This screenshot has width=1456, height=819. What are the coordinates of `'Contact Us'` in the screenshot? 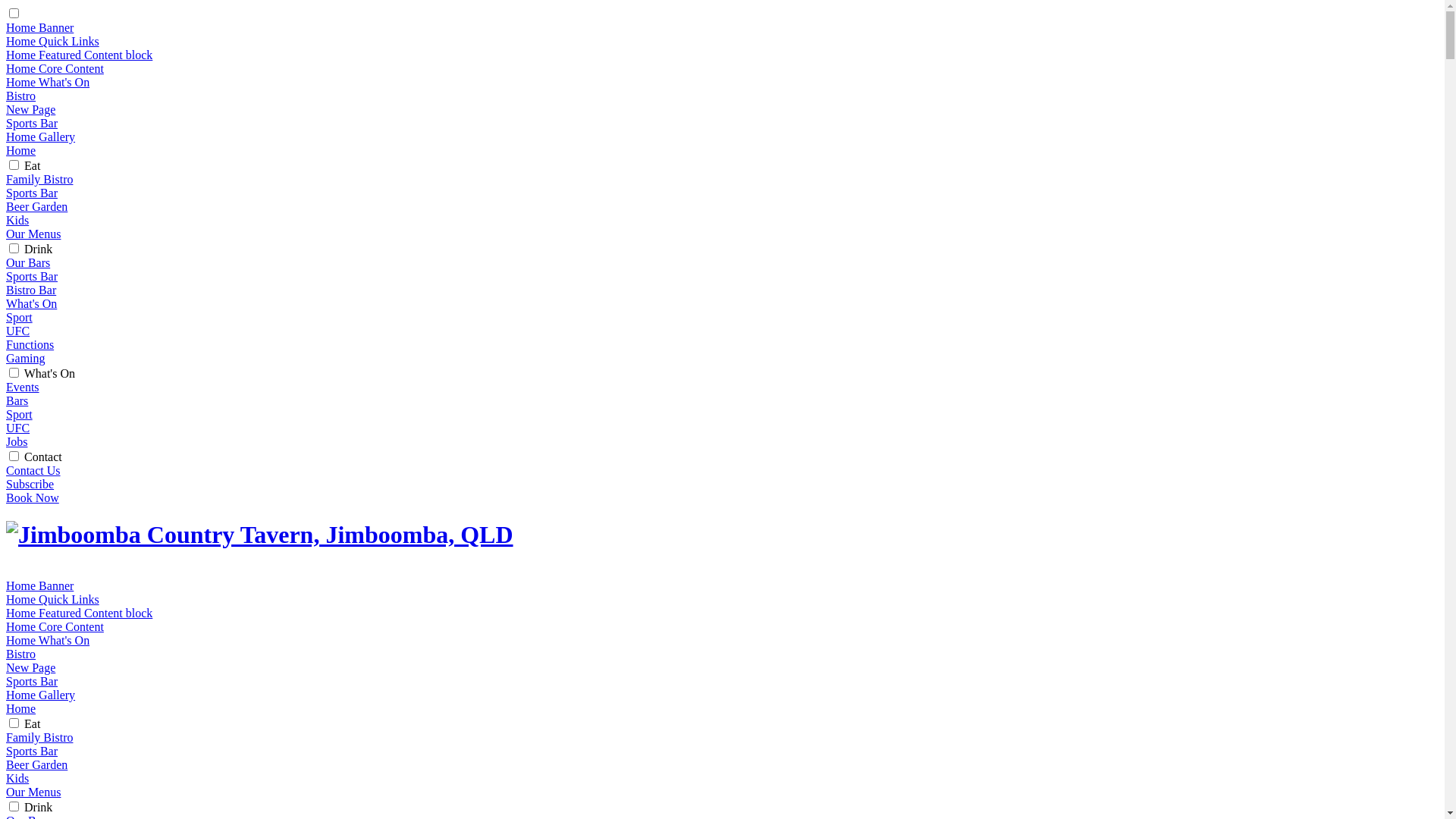 It's located at (33, 469).